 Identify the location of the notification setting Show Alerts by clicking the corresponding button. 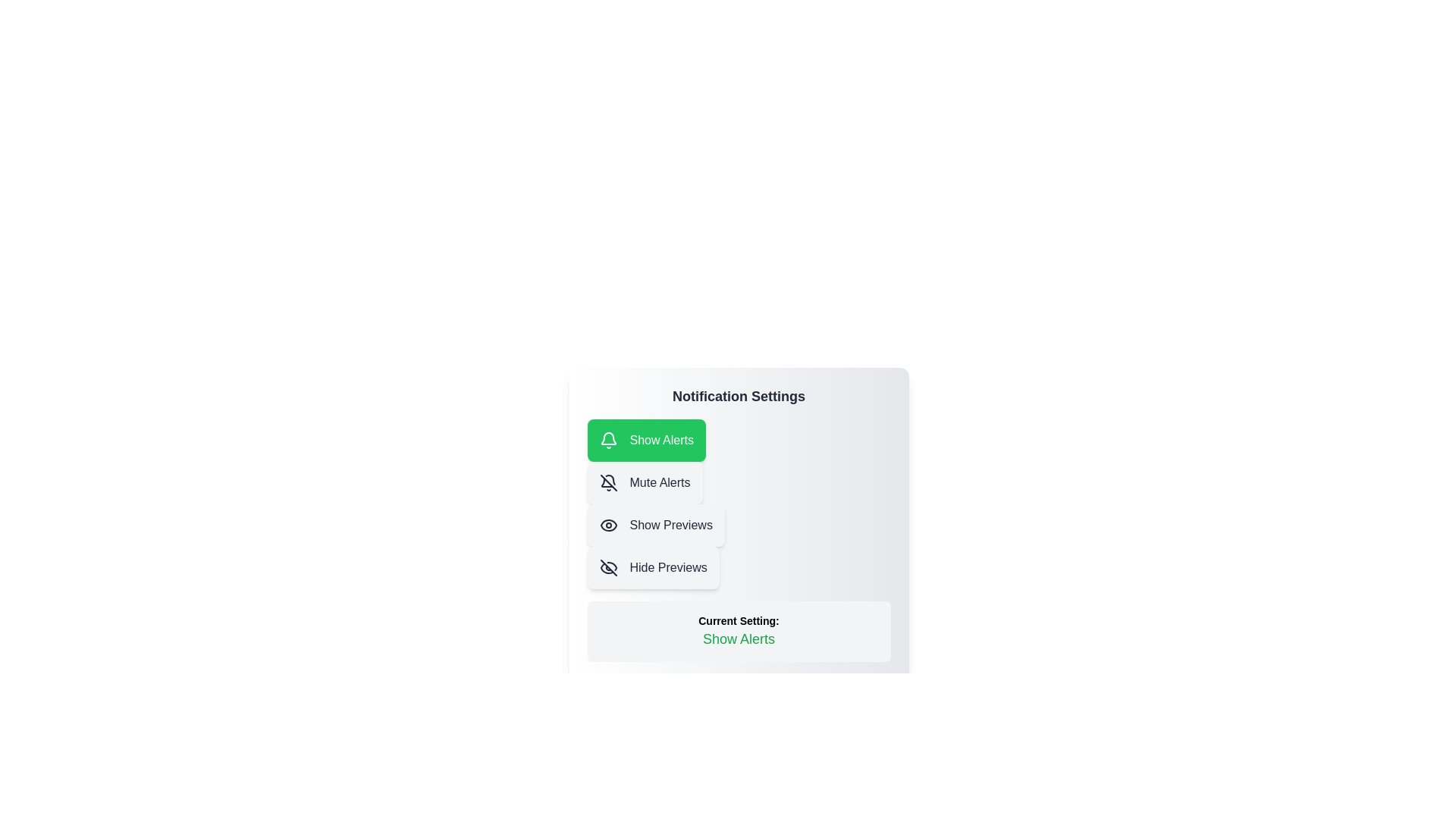
(646, 441).